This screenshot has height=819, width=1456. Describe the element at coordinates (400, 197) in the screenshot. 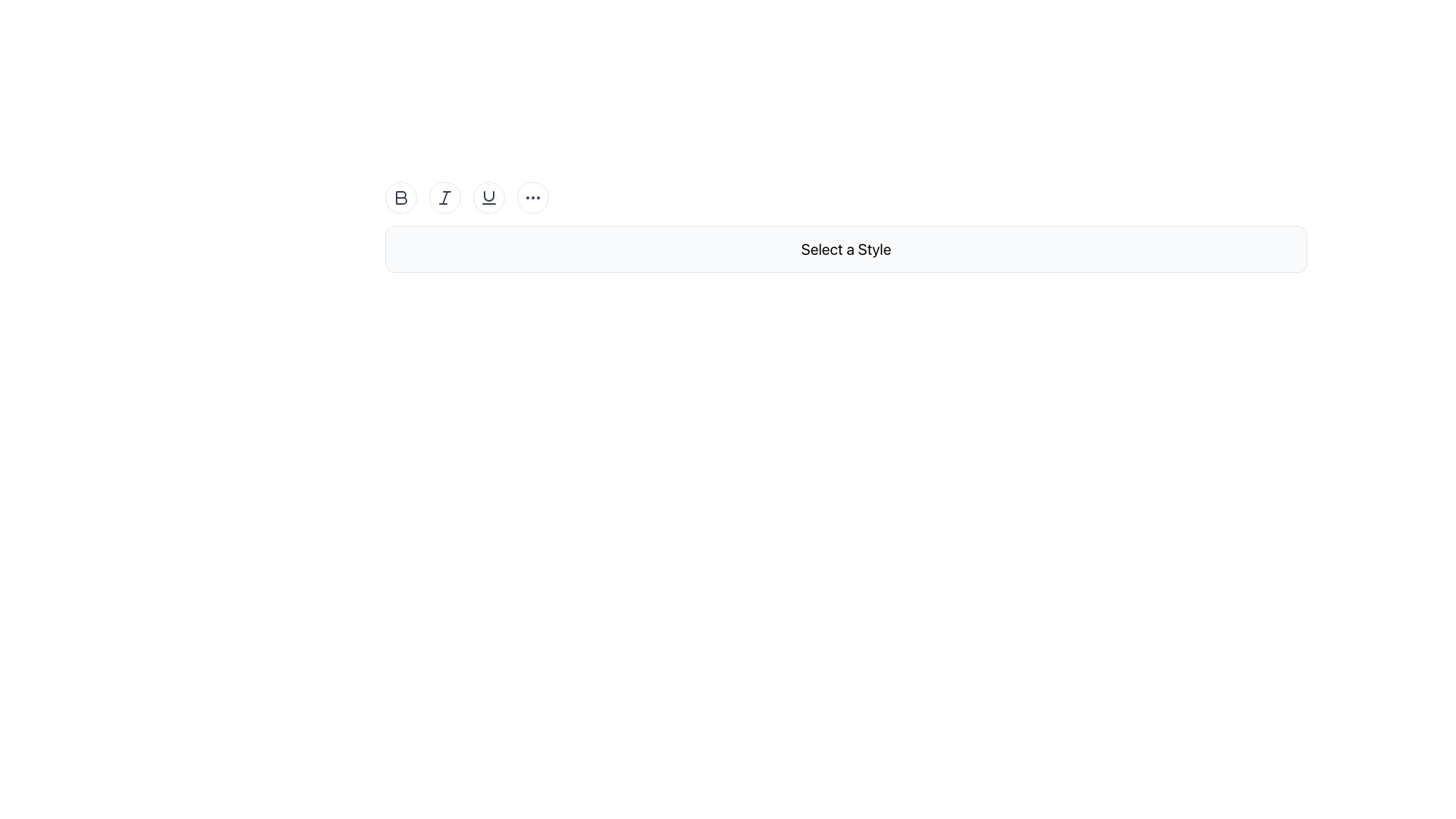

I see `the circular button with a bold 'B' icon in the top-left section of the interface to visualize the hover effect` at that location.